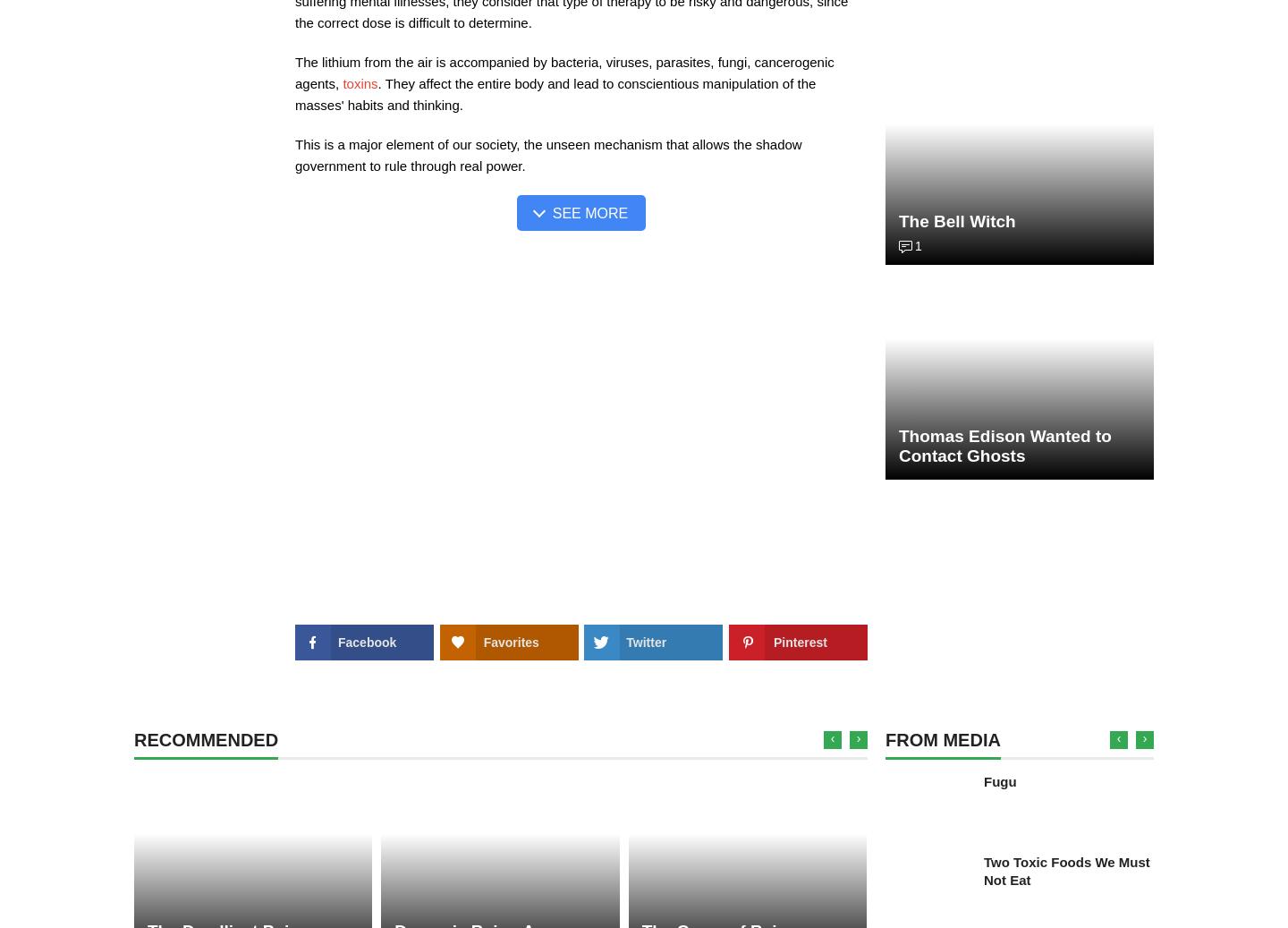  What do you see at coordinates (589, 212) in the screenshot?
I see `'See more'` at bounding box center [589, 212].